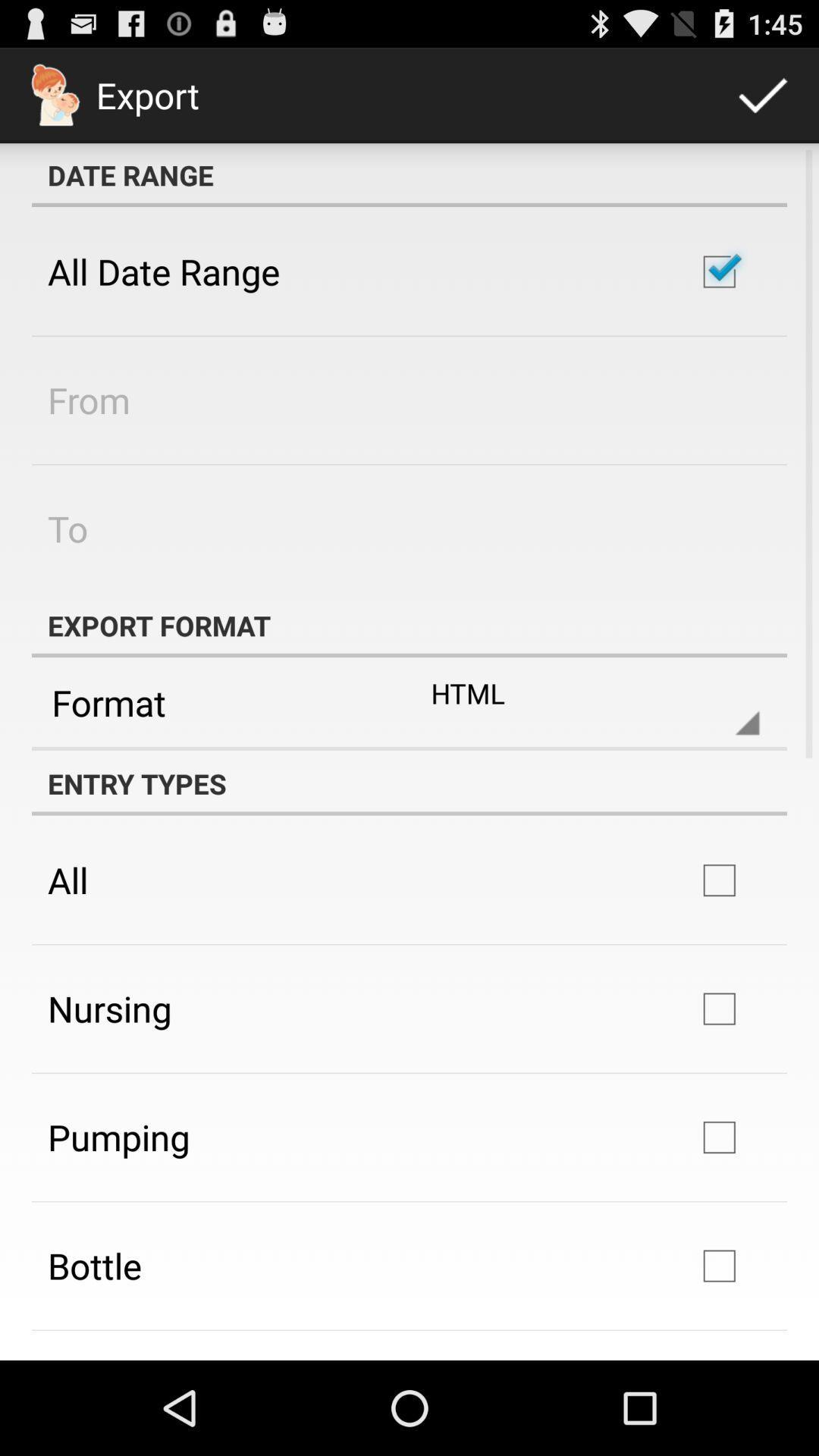  Describe the element at coordinates (108, 1009) in the screenshot. I see `nursing icon` at that location.